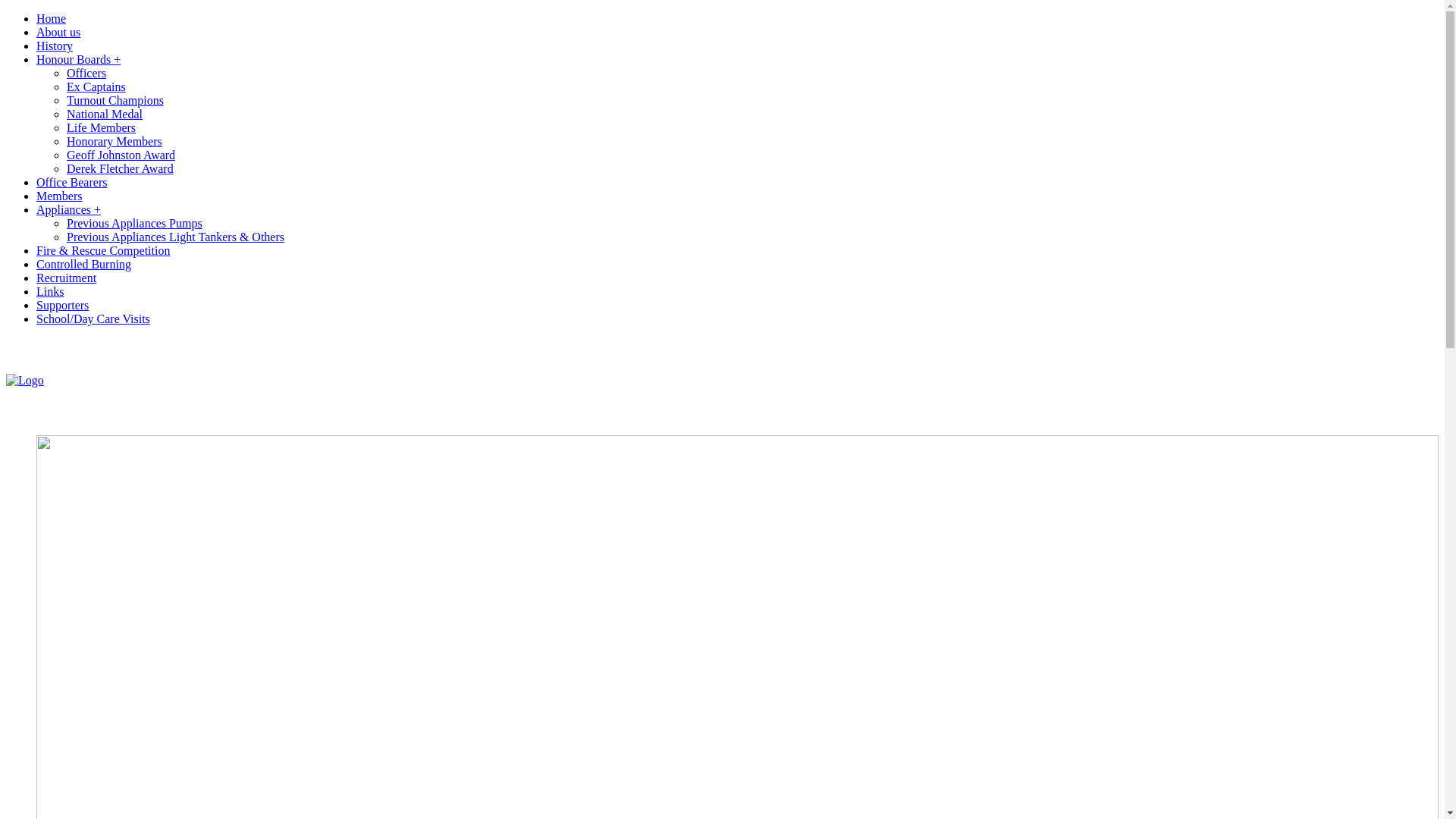 The image size is (1456, 819). Describe the element at coordinates (58, 195) in the screenshot. I see `'Members'` at that location.